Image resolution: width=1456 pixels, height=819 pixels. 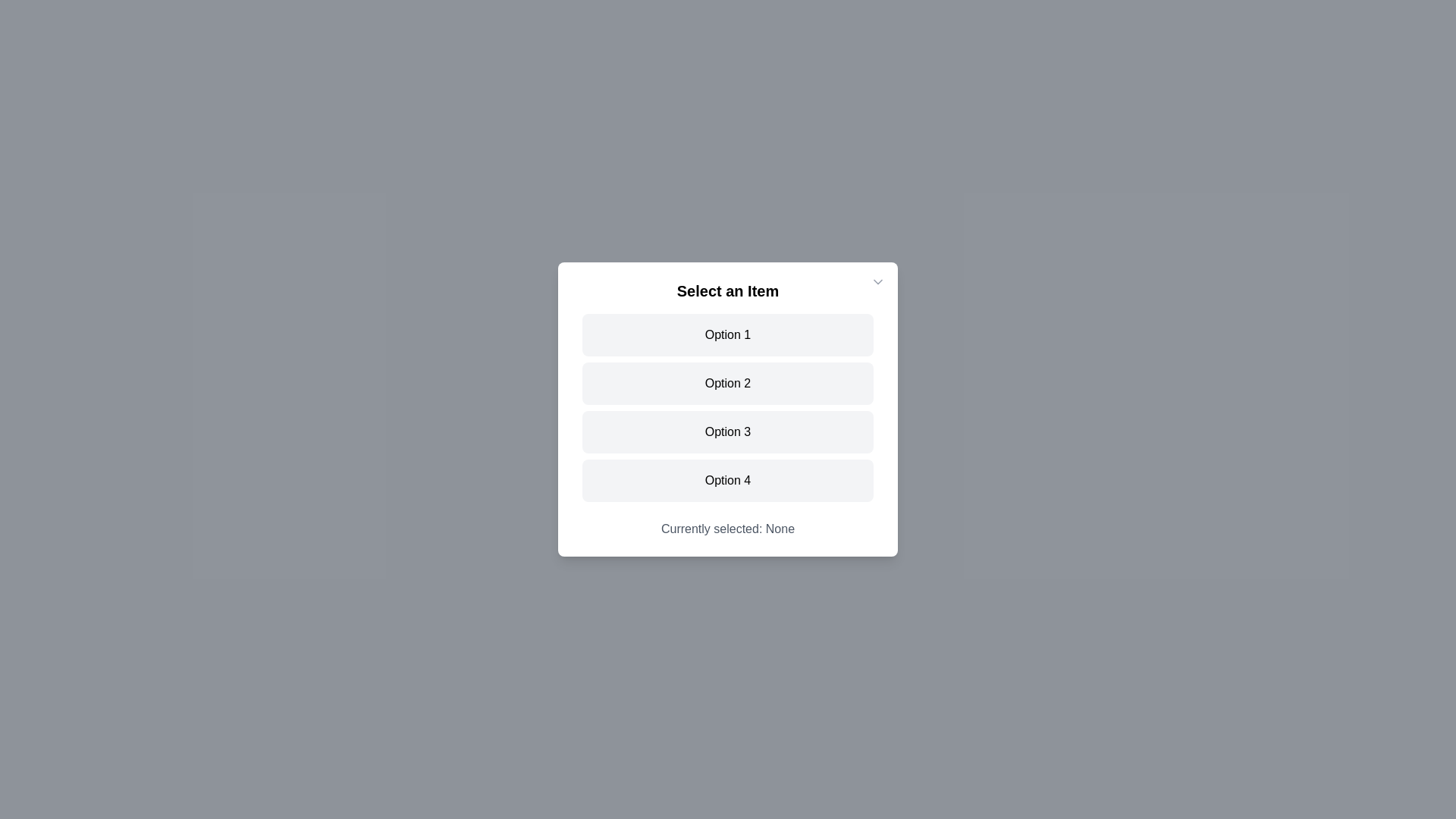 What do you see at coordinates (728, 432) in the screenshot?
I see `the item Option 3 from the list` at bounding box center [728, 432].